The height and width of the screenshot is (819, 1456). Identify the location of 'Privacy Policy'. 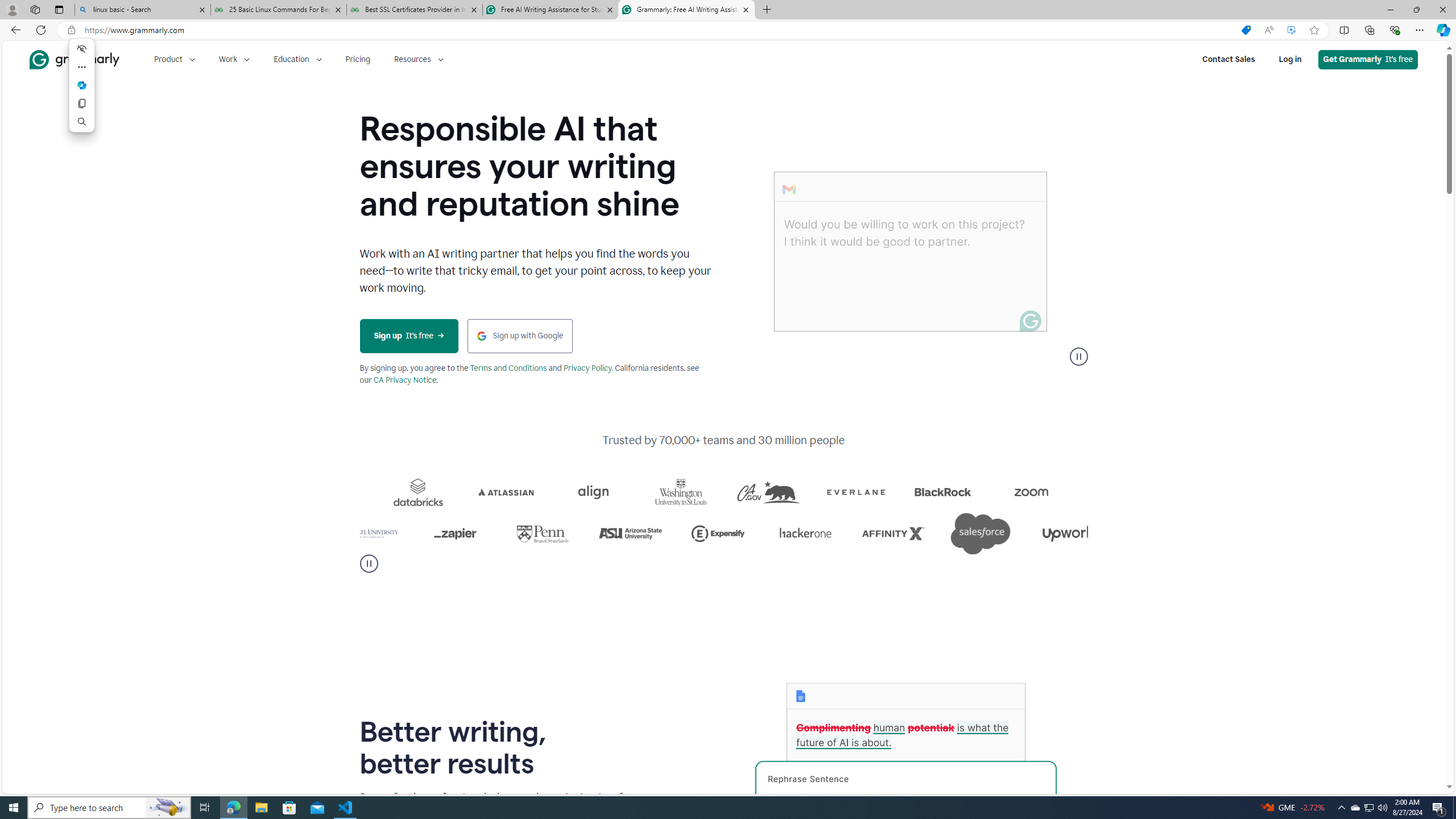
(586, 368).